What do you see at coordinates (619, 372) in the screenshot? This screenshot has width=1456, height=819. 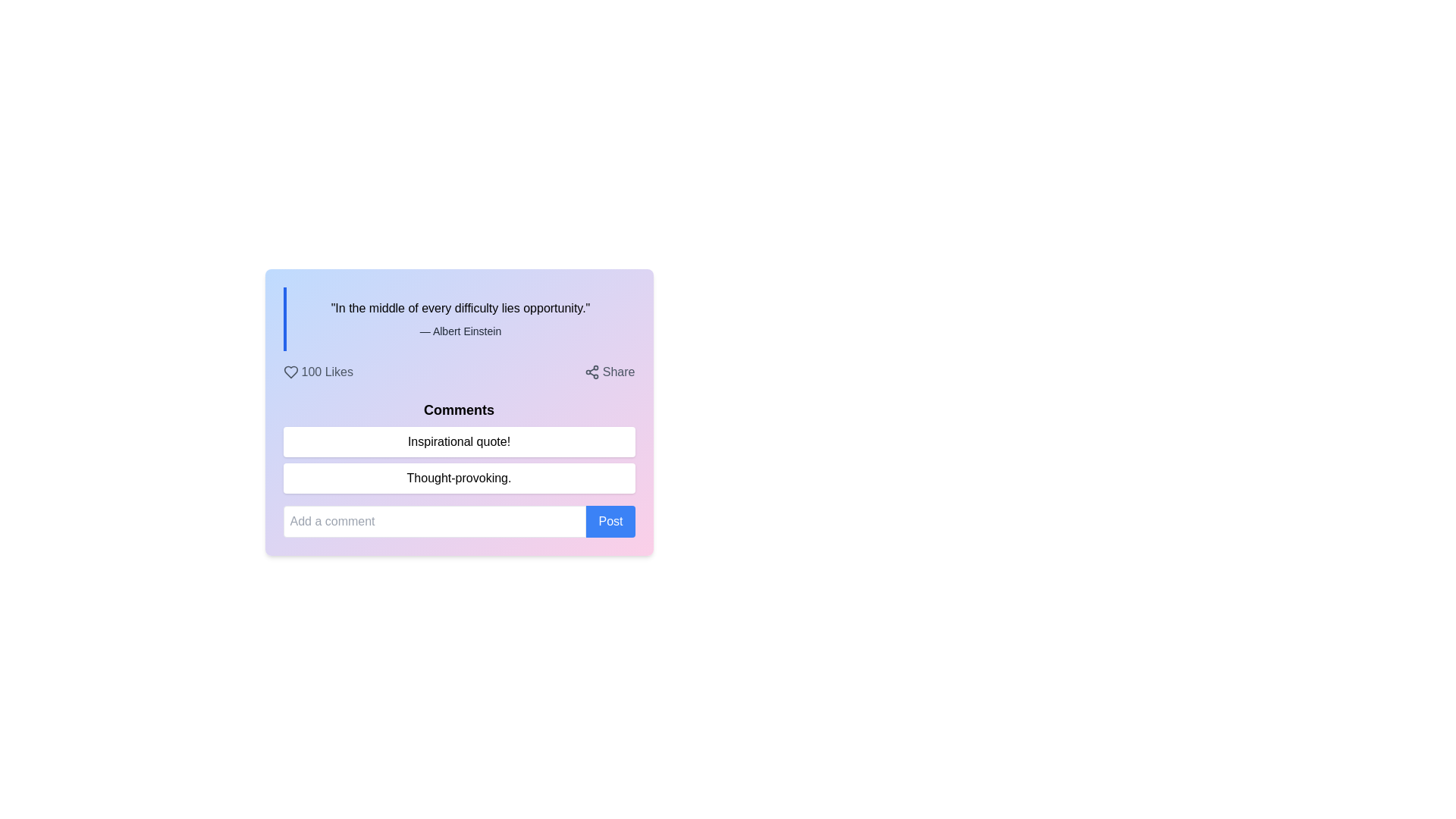 I see `the 'Share' text label located to the right of the share icon in the upper-right corner of the card component` at bounding box center [619, 372].